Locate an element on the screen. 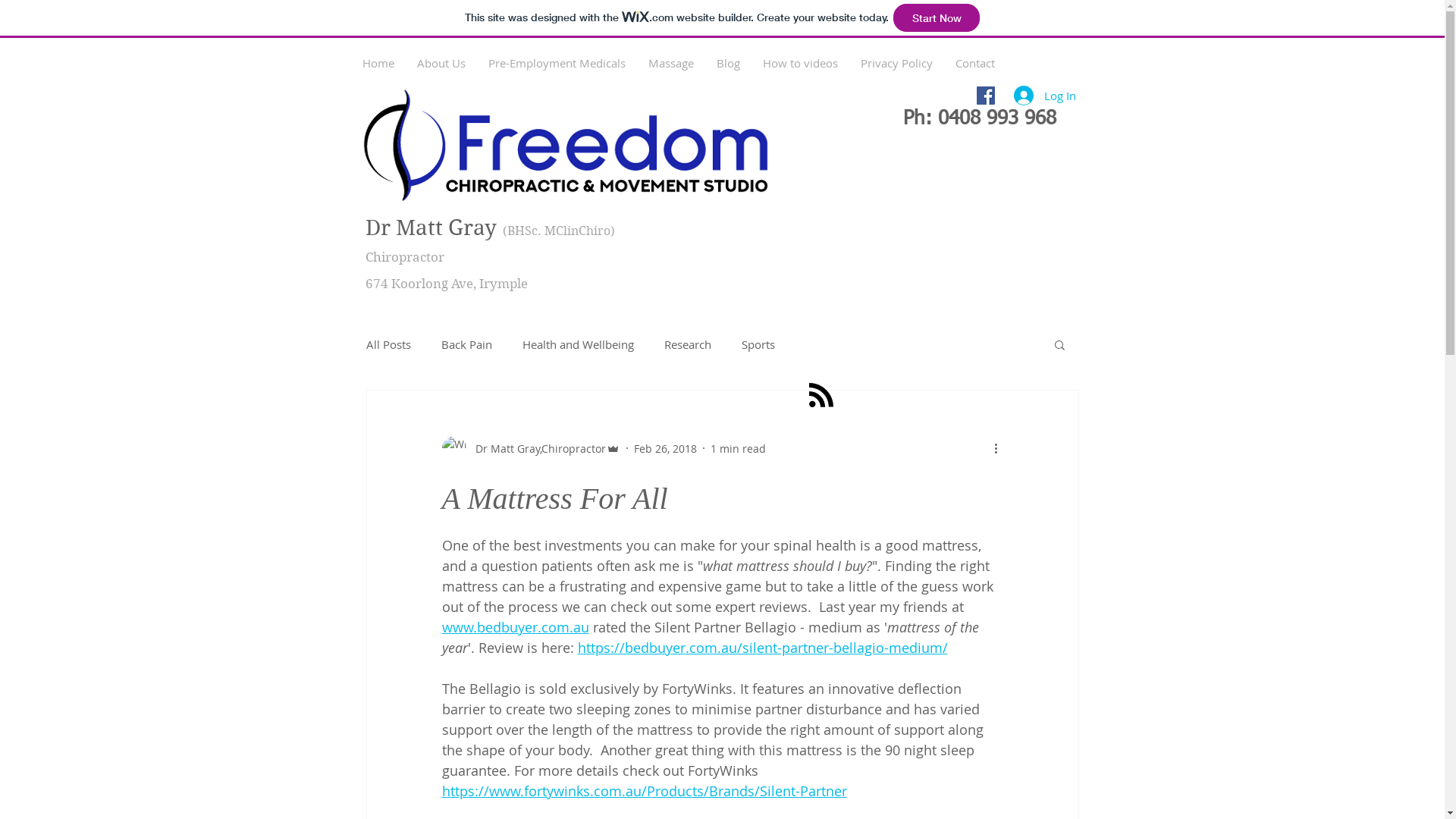 The image size is (1456, 819). 'Ph: 0408 993 968' is located at coordinates (979, 118).